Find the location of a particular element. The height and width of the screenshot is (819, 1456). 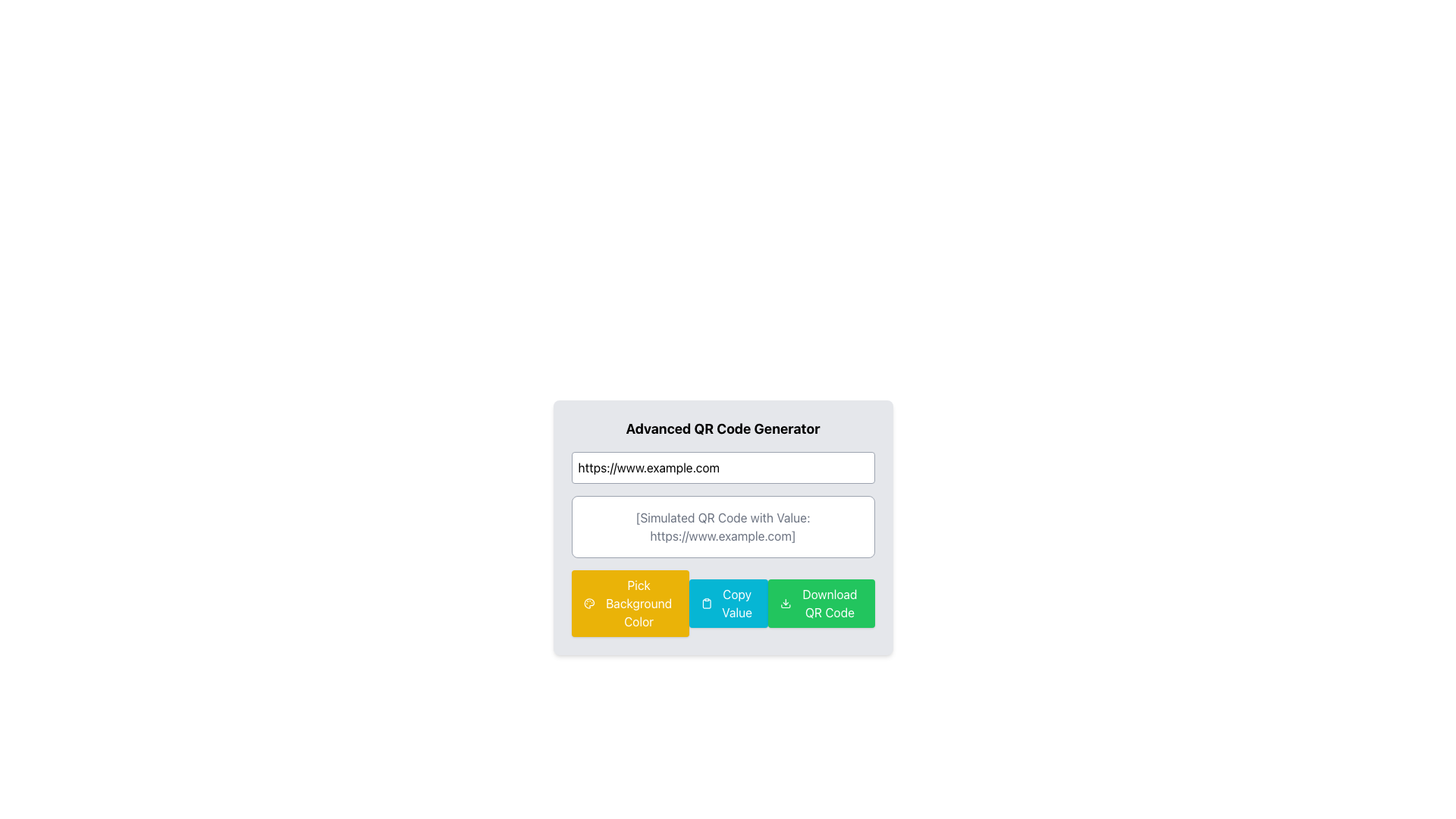

the palette icon embedded within the yellow button labeled 'Pick Background Color' is located at coordinates (588, 602).